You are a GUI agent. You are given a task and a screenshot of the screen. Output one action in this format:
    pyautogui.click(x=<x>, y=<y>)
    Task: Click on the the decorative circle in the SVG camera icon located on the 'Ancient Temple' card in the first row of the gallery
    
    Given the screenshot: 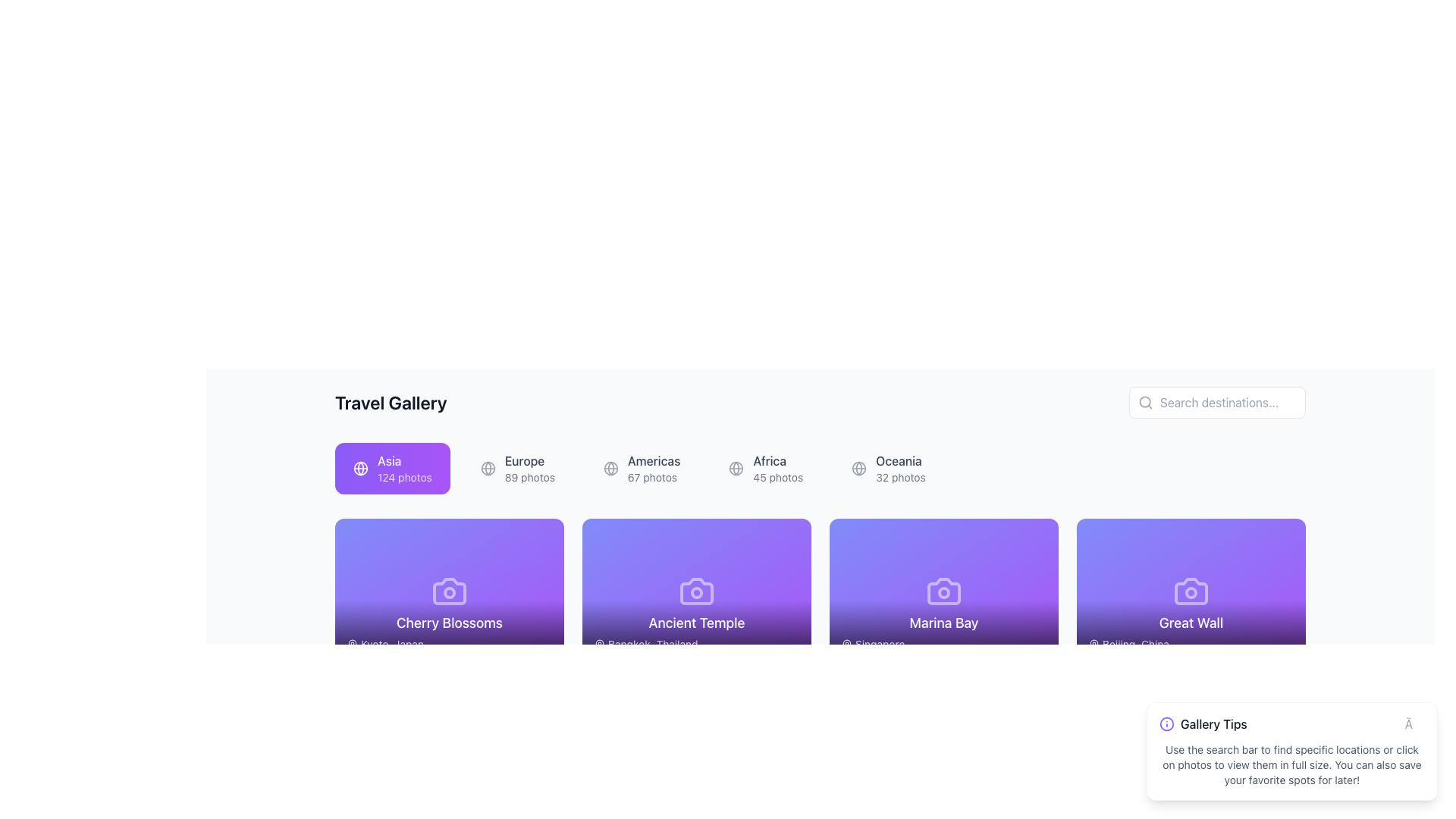 What is the action you would take?
    pyautogui.click(x=695, y=592)
    